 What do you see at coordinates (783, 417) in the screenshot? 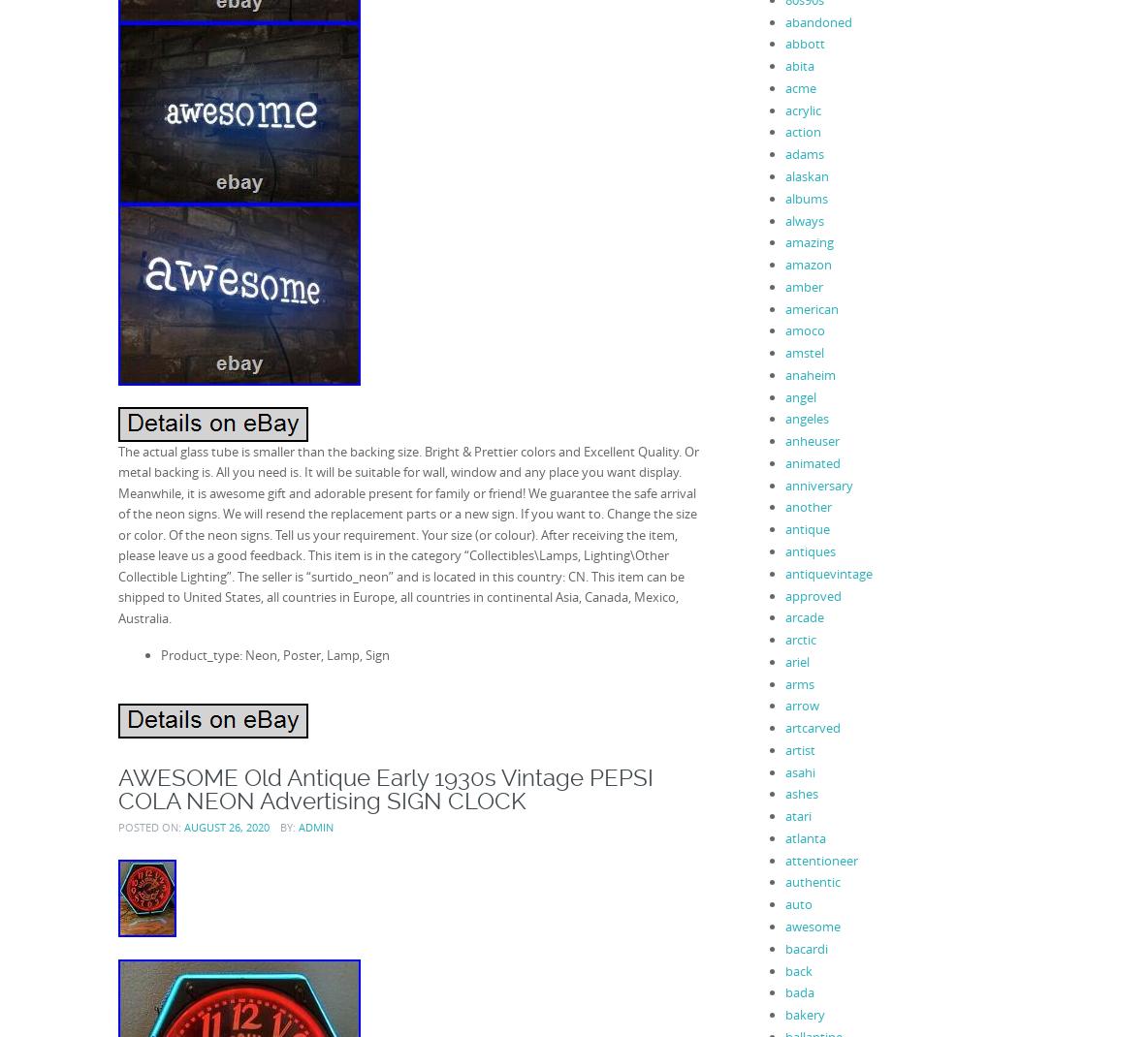
I see `'angeles'` at bounding box center [783, 417].